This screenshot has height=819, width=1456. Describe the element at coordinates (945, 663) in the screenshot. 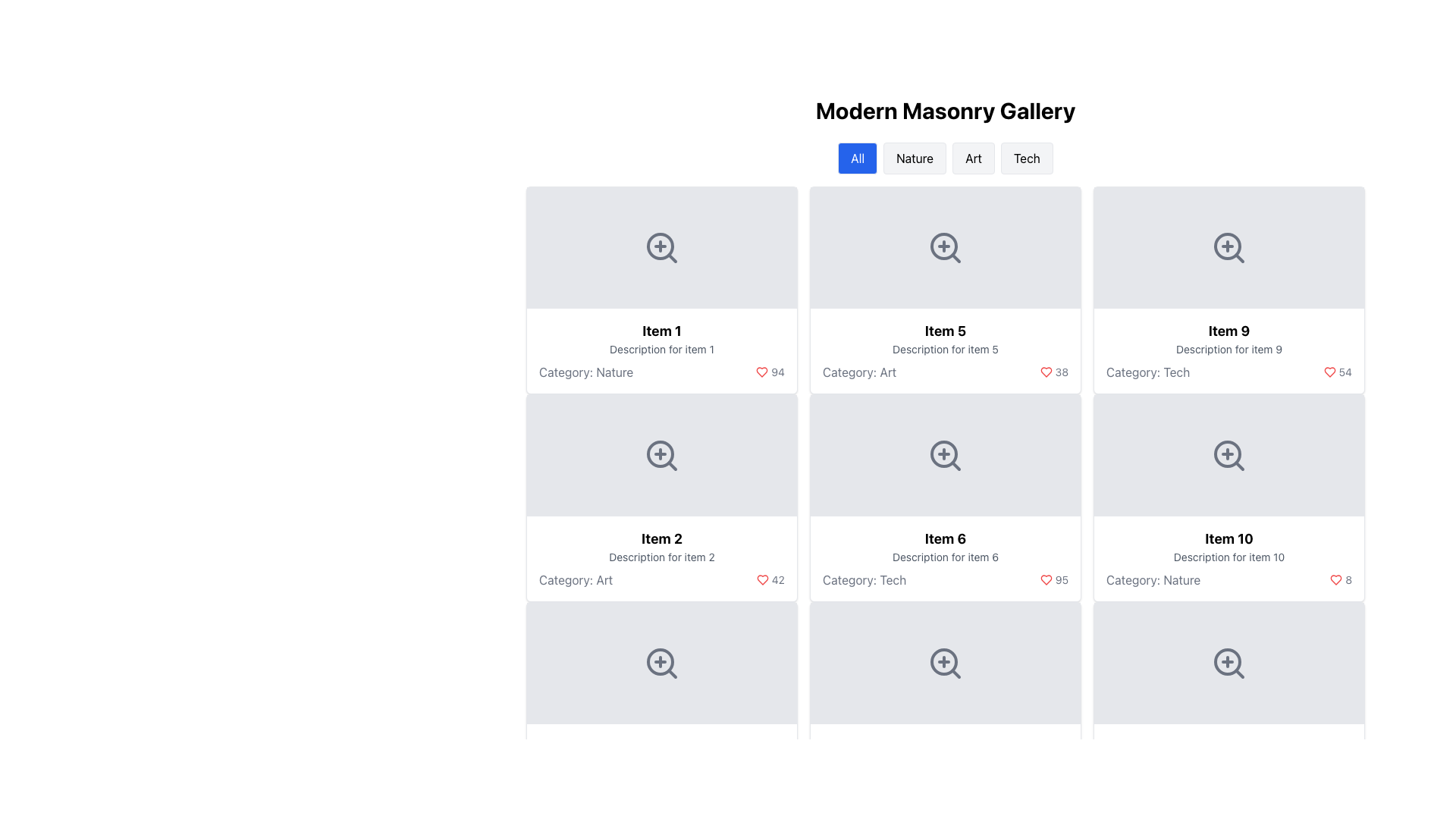

I see `the magnifying glass icon with a plus symbol inside it, which is located under the card labeled Item 6 and centered within the gray block above the text description and heart icon` at that location.